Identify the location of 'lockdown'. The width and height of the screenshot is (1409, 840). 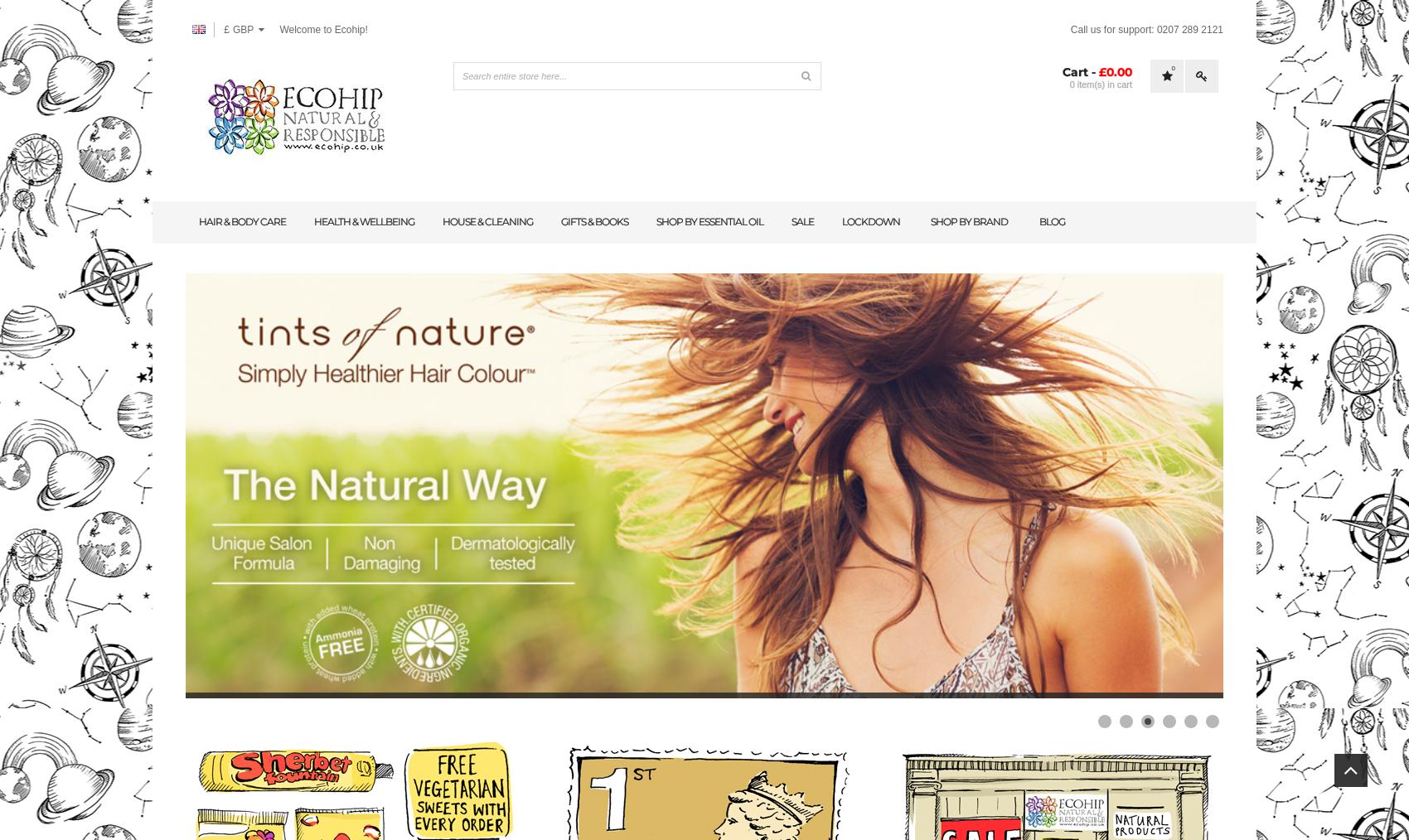
(869, 221).